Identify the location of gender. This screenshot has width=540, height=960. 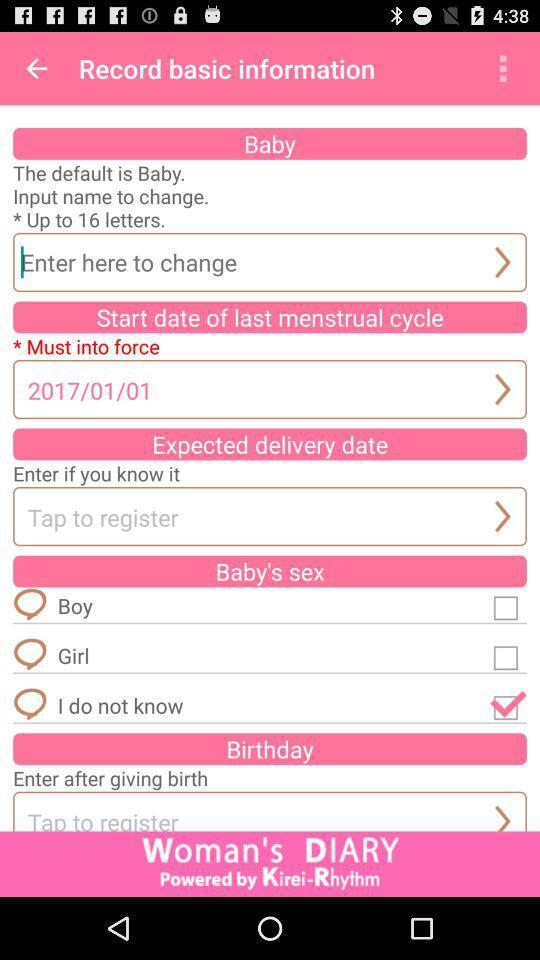
(508, 654).